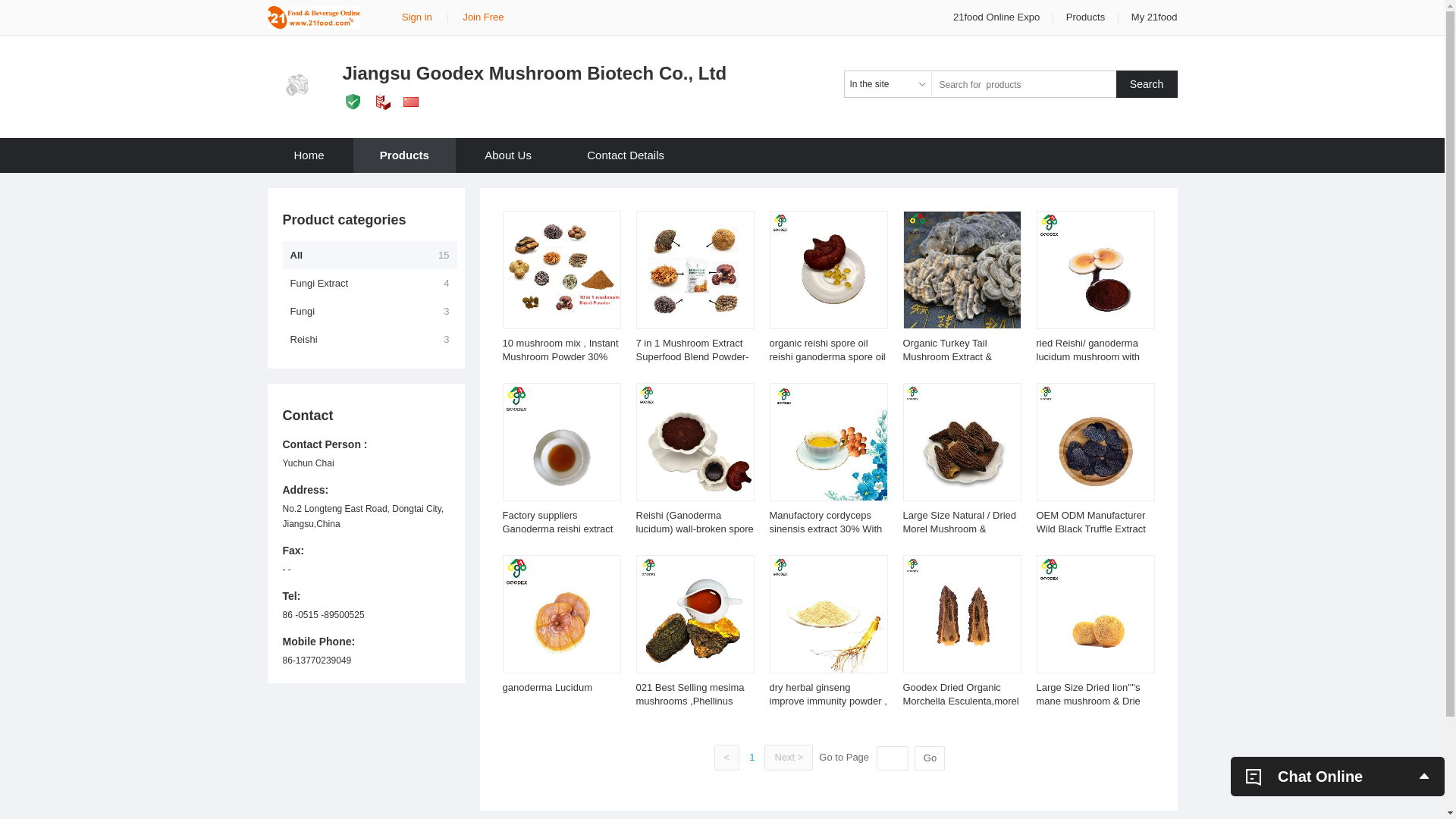  What do you see at coordinates (1087, 356) in the screenshot?
I see `'ried Reishi/ ganoderma lucidum mushroom with high quality'` at bounding box center [1087, 356].